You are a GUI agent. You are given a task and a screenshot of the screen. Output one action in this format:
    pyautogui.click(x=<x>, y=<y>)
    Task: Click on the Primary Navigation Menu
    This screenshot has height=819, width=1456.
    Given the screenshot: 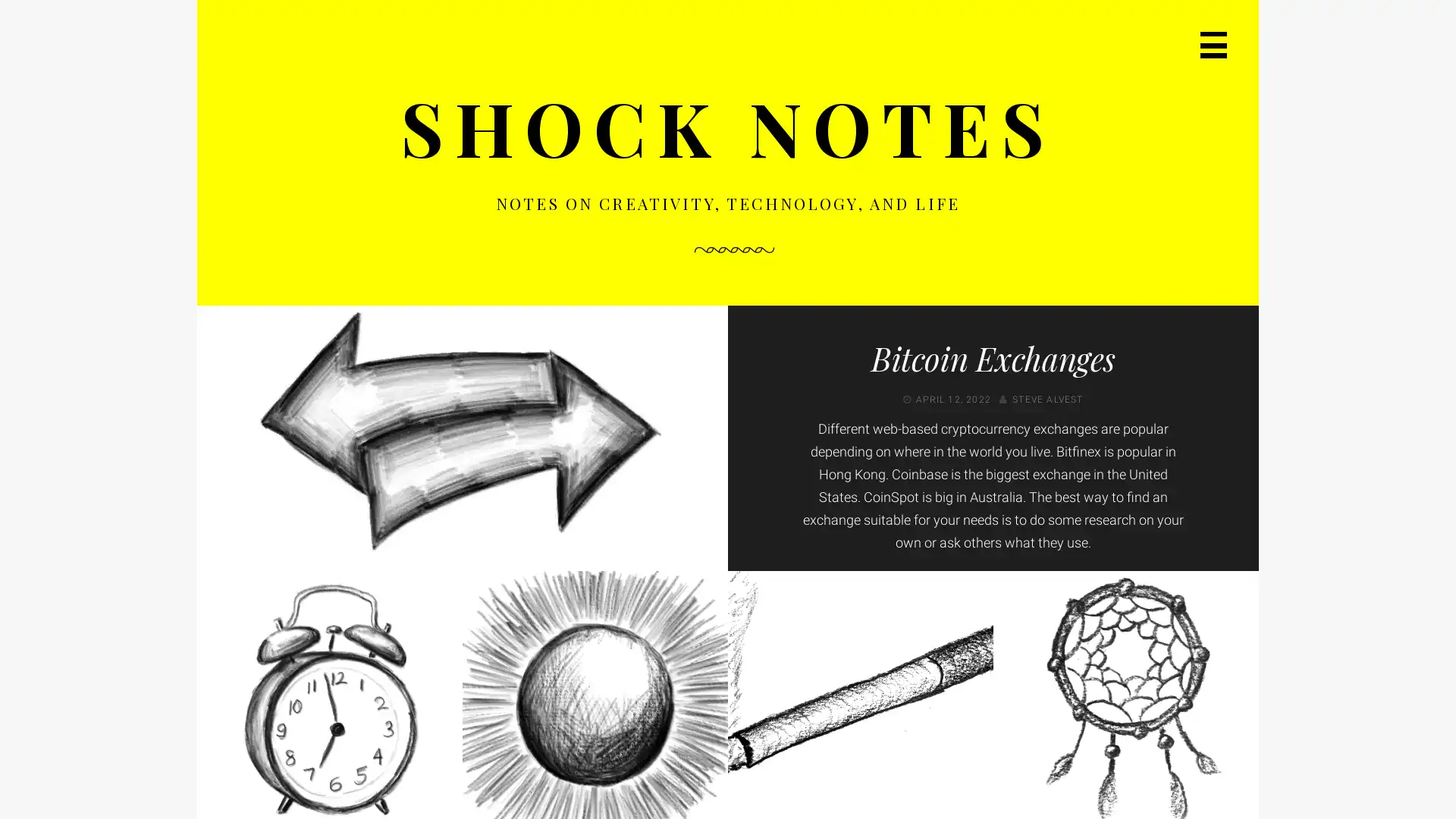 What is the action you would take?
    pyautogui.click(x=1213, y=44)
    